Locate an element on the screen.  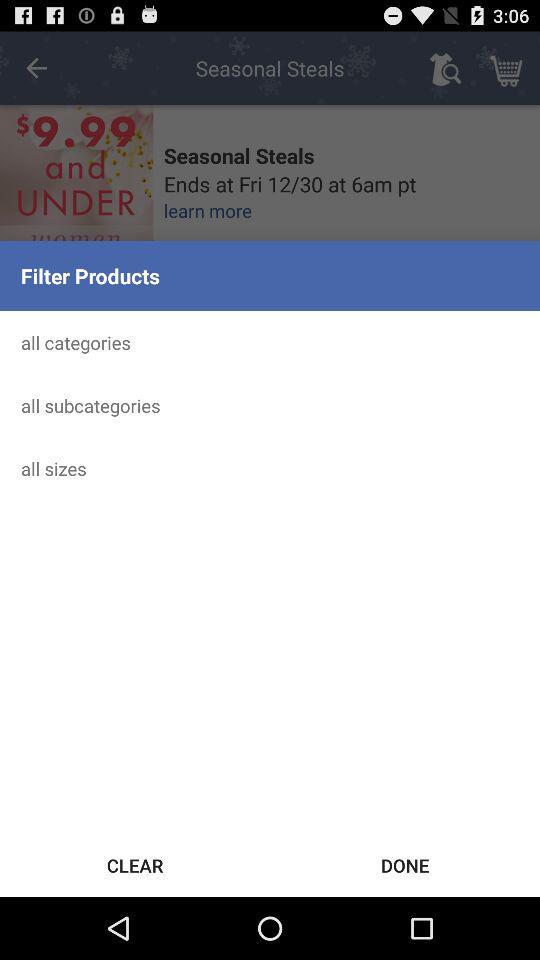
the done is located at coordinates (405, 864).